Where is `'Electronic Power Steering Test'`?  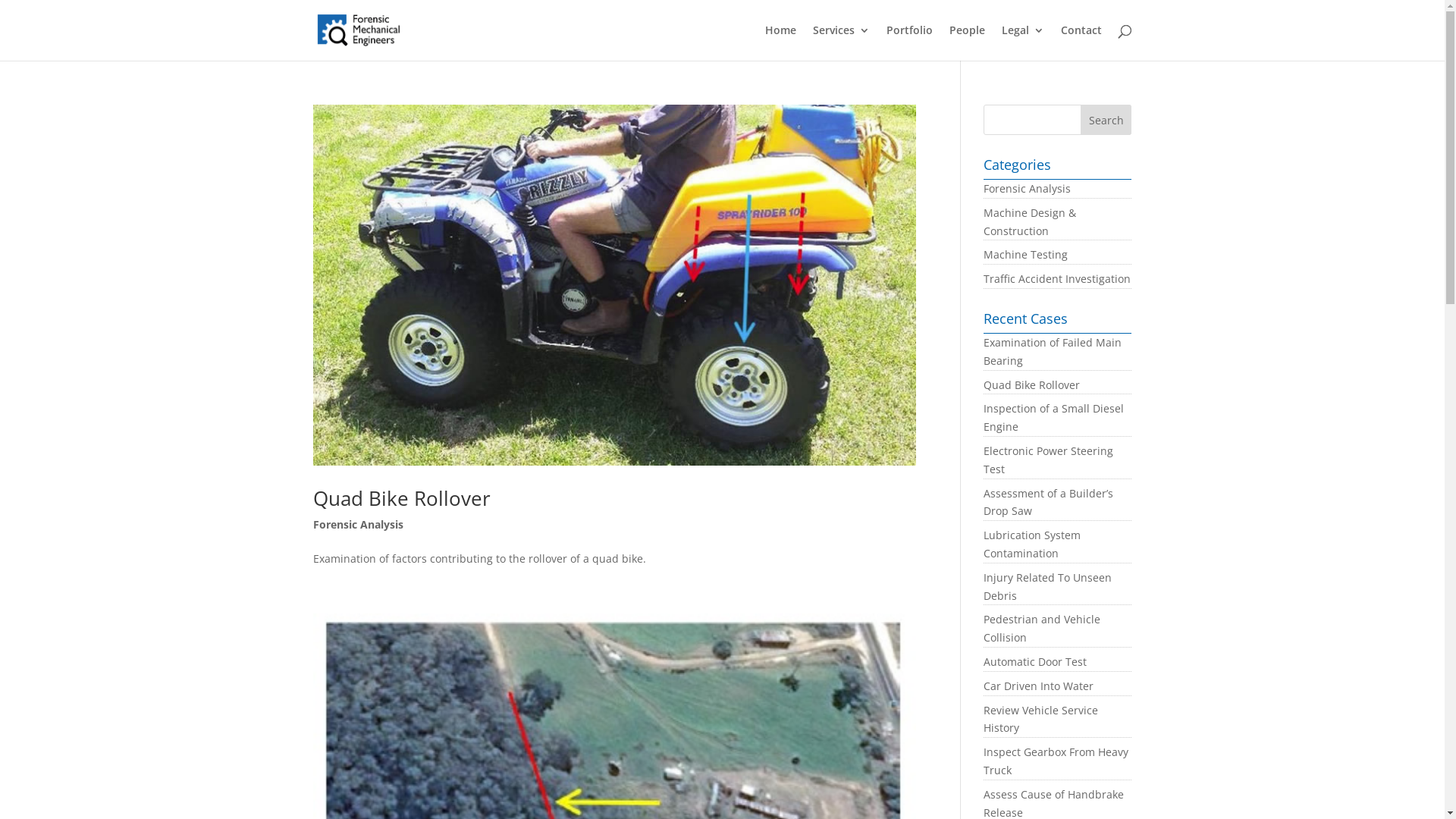
'Electronic Power Steering Test' is located at coordinates (1047, 459).